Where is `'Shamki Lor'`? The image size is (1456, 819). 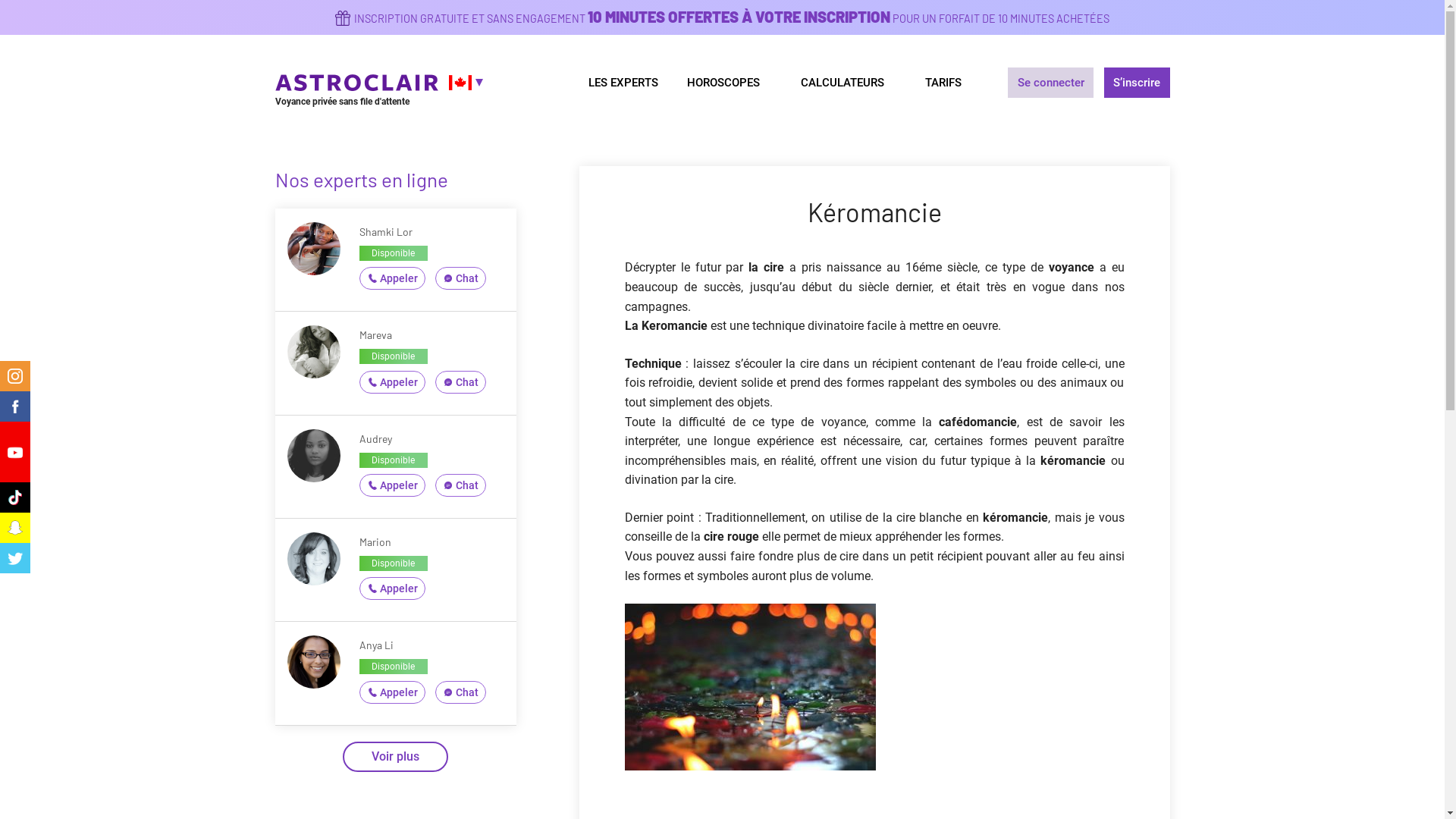
'Shamki Lor' is located at coordinates (359, 231).